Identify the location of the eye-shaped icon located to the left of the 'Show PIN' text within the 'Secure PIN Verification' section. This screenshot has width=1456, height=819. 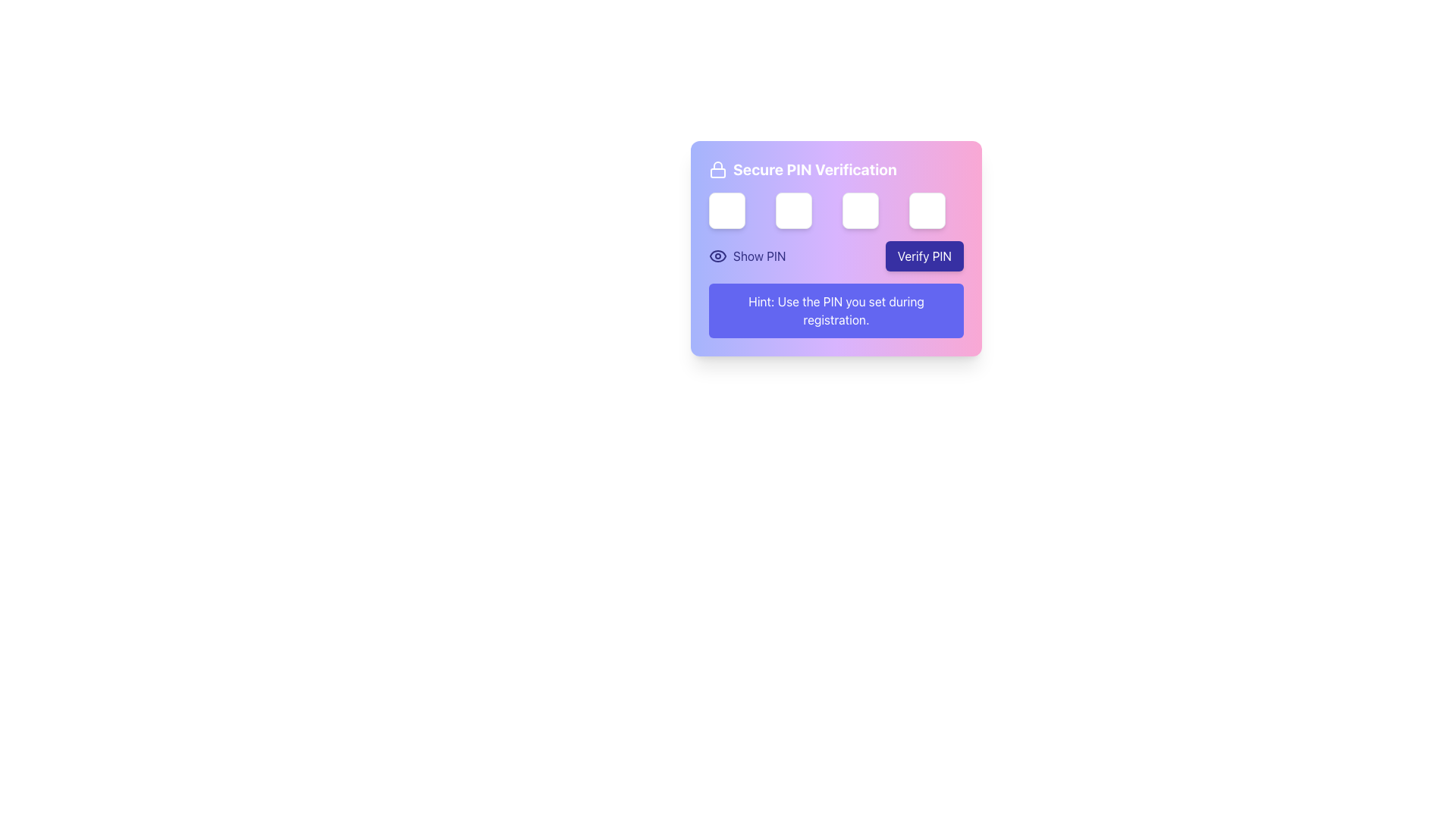
(717, 256).